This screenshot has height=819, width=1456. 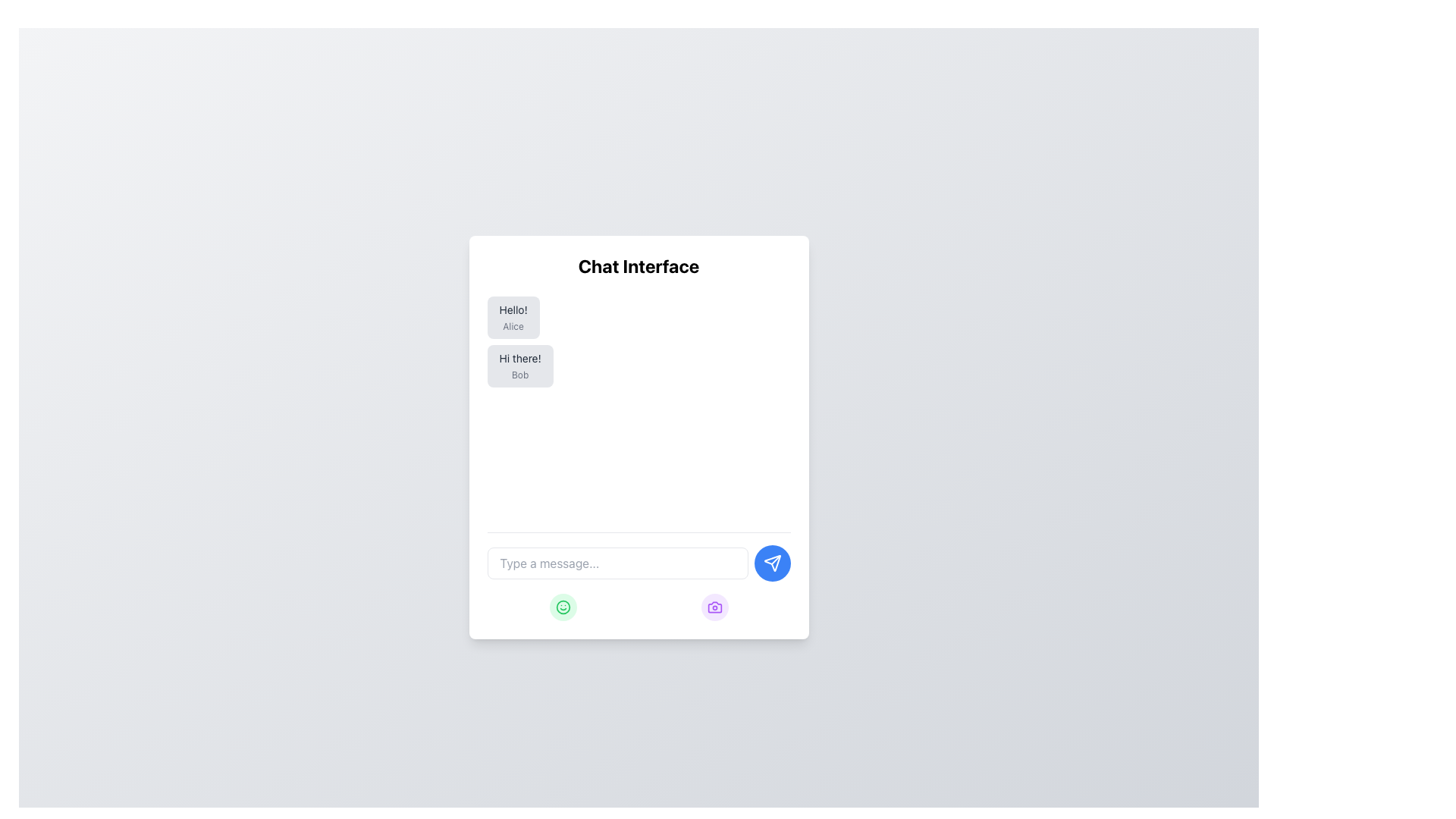 I want to click on the text label displaying the name 'Alice', which is styled in a small gray font and located beneath the greeting text 'Hello!' within a rounded chat bubble, so click(x=513, y=326).